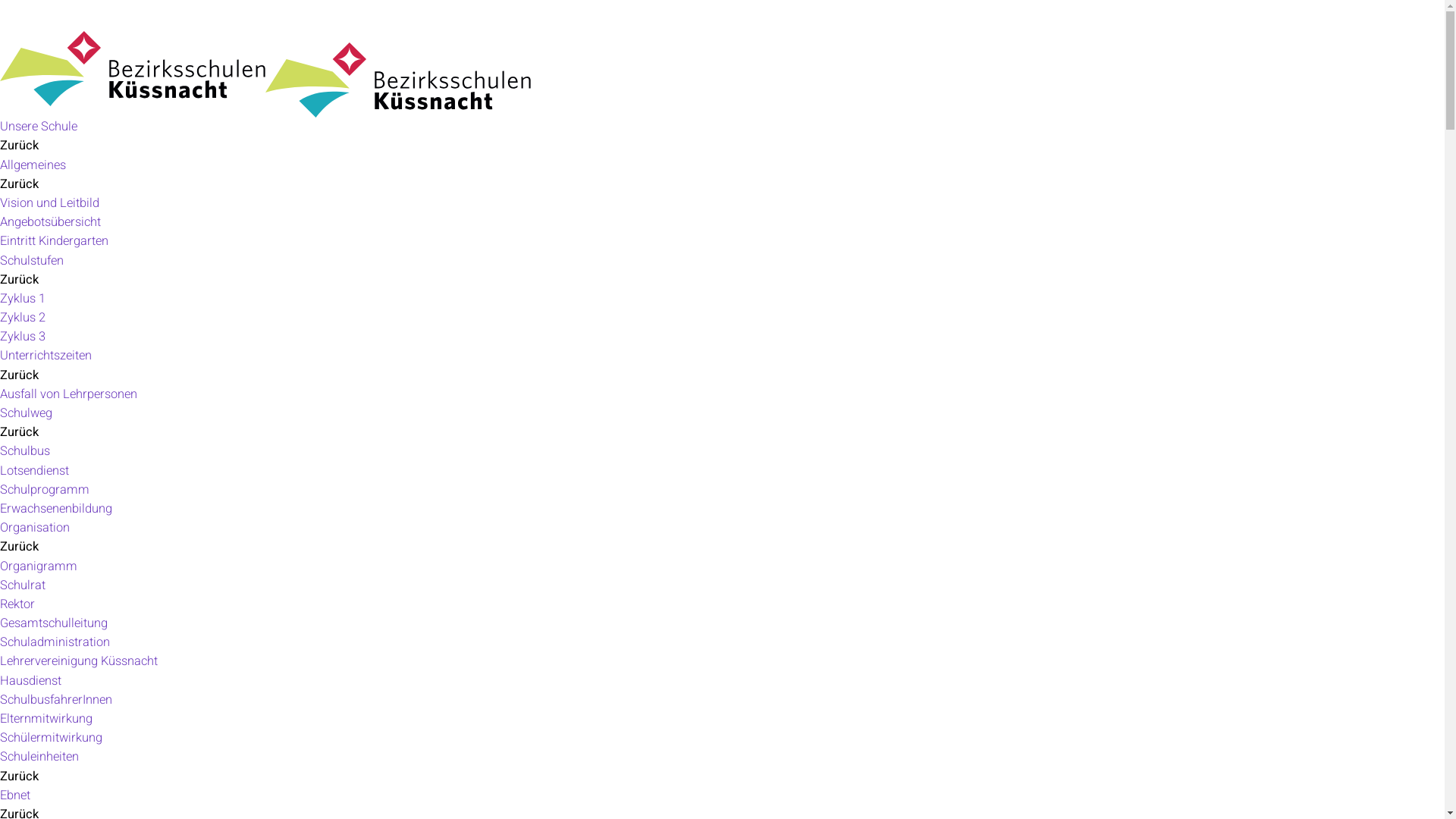 Image resolution: width=1456 pixels, height=819 pixels. Describe the element at coordinates (39, 125) in the screenshot. I see `'Unsere Schule'` at that location.